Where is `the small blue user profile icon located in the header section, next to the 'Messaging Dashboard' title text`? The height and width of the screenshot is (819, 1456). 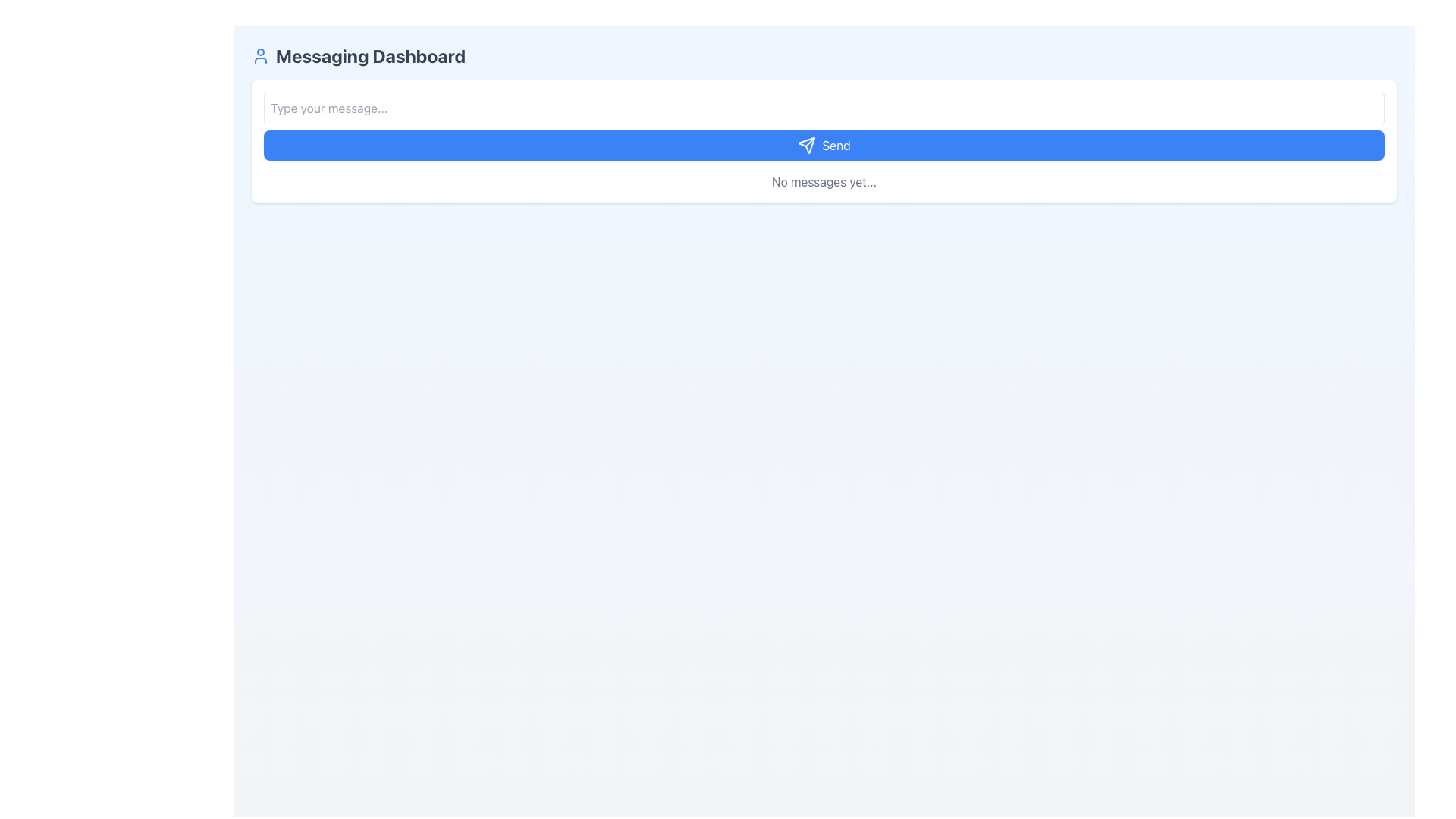
the small blue user profile icon located in the header section, next to the 'Messaging Dashboard' title text is located at coordinates (261, 55).